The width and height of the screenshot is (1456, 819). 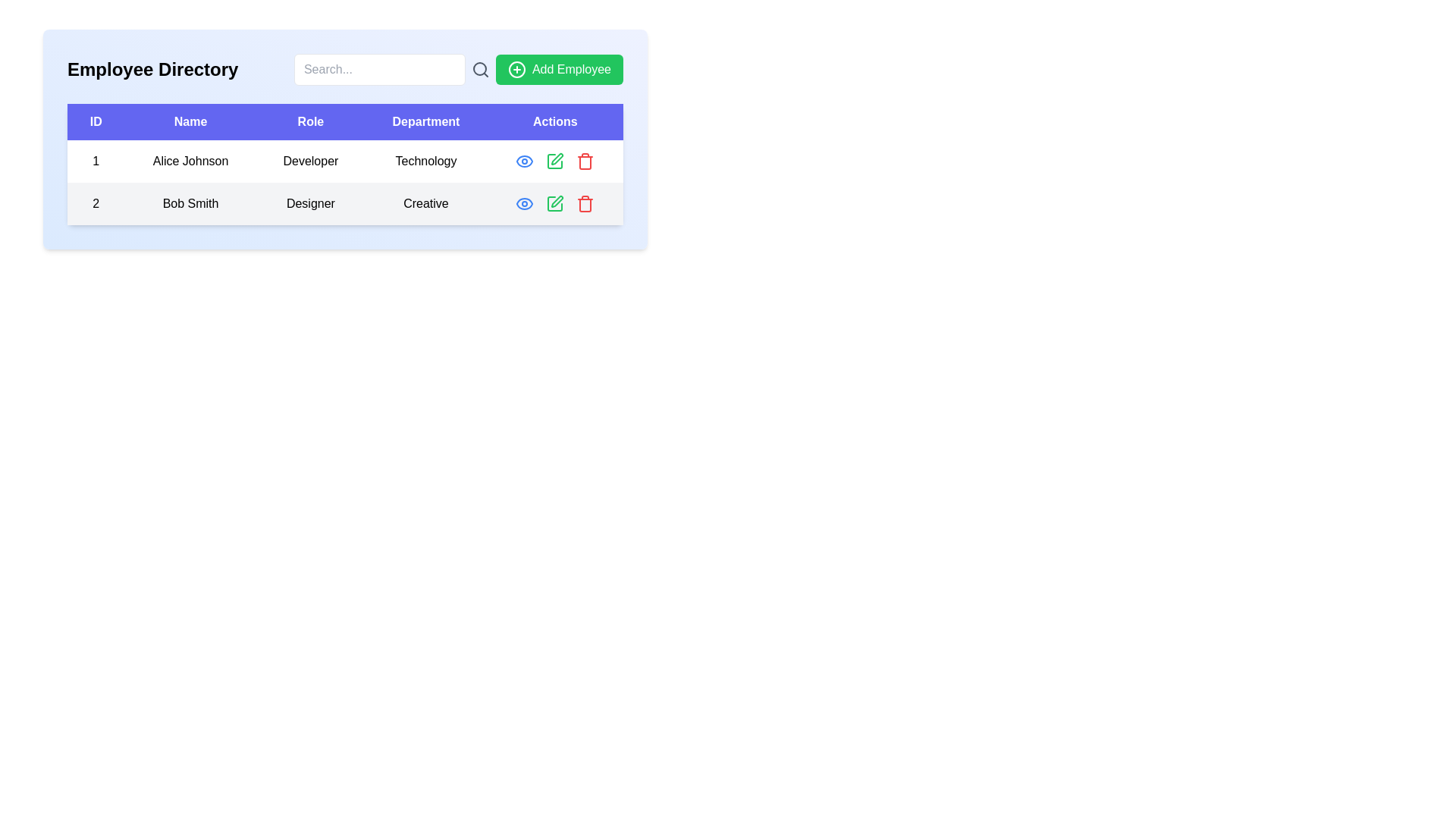 What do you see at coordinates (525, 203) in the screenshot?
I see `the 'view' icon button in the 'Actions' column corresponding to 'Alice Johnson'` at bounding box center [525, 203].